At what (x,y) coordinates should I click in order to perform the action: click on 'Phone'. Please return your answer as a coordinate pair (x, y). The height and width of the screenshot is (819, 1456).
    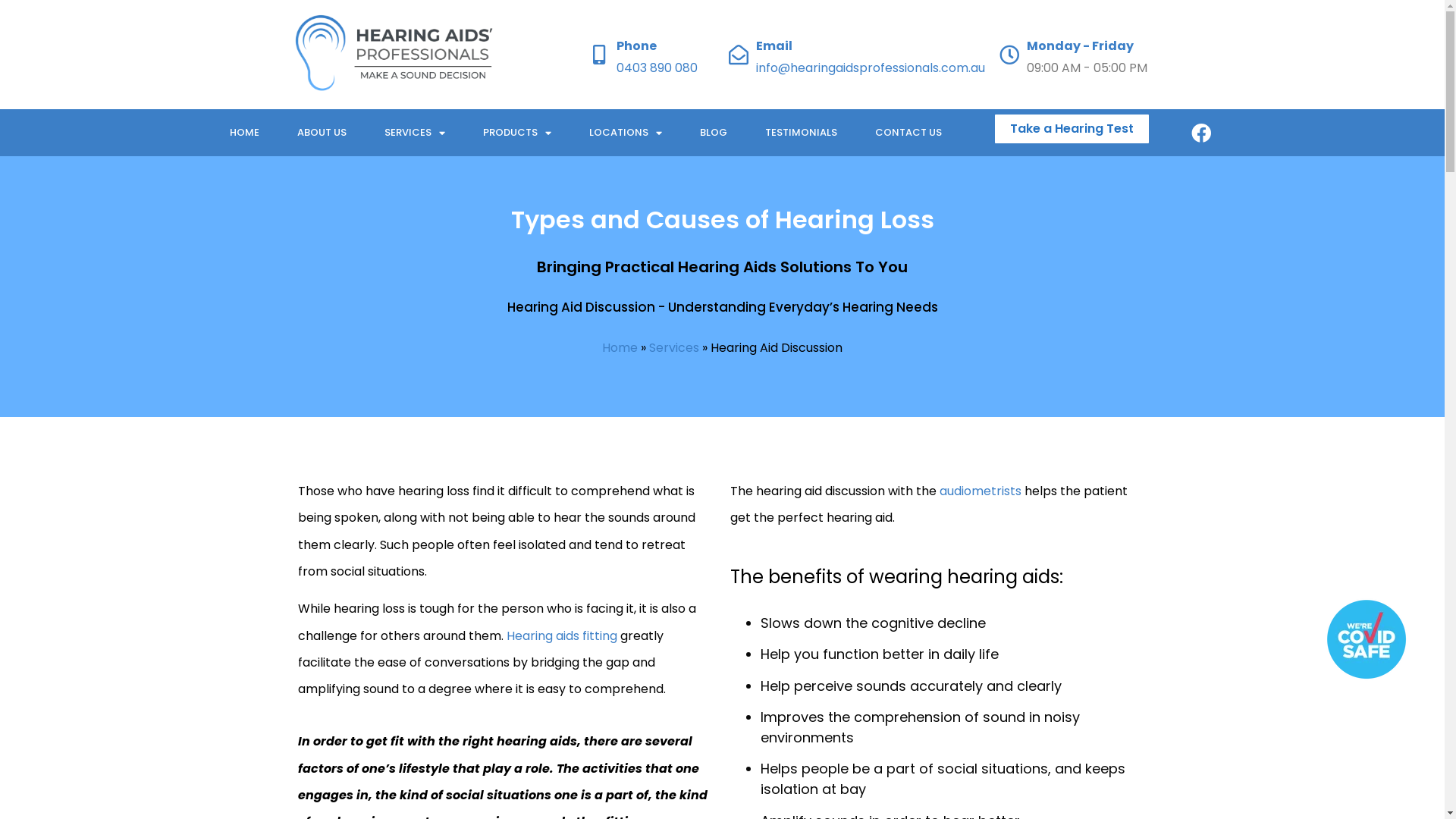
    Looking at the image, I should click on (635, 45).